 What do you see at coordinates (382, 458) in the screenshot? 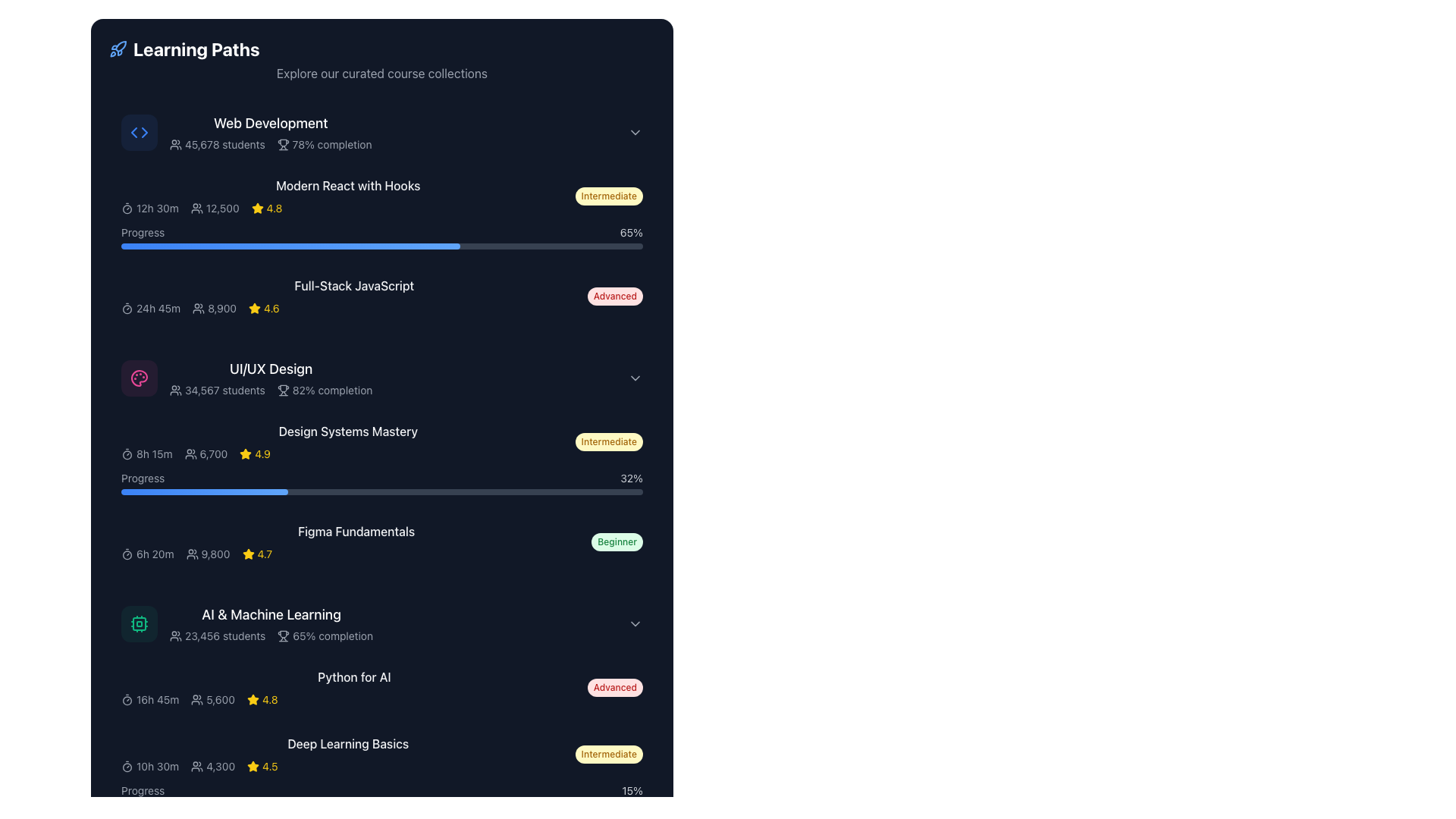
I see `the course title 'Design Systems Mastery'` at bounding box center [382, 458].